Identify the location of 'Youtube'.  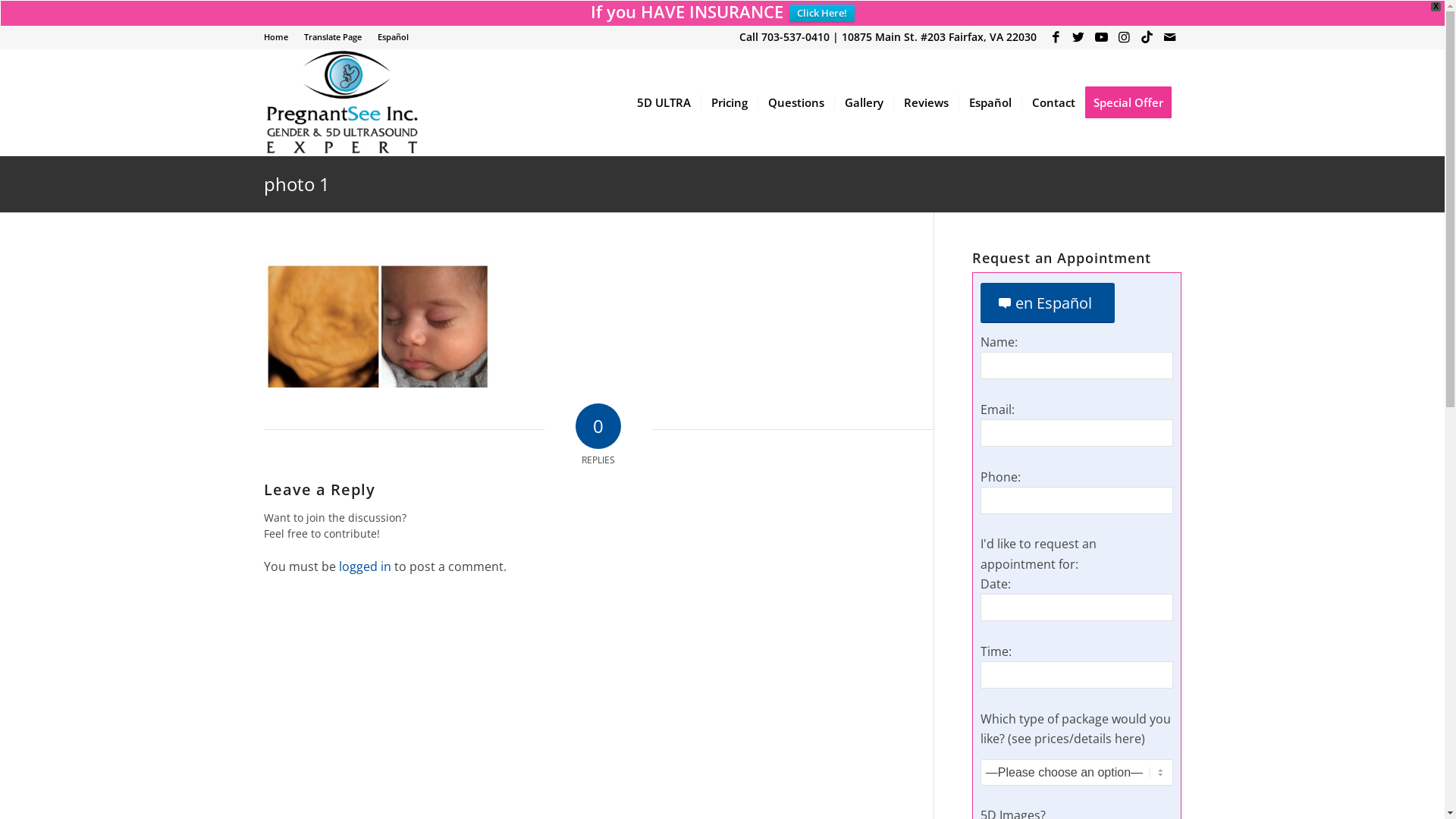
(1090, 36).